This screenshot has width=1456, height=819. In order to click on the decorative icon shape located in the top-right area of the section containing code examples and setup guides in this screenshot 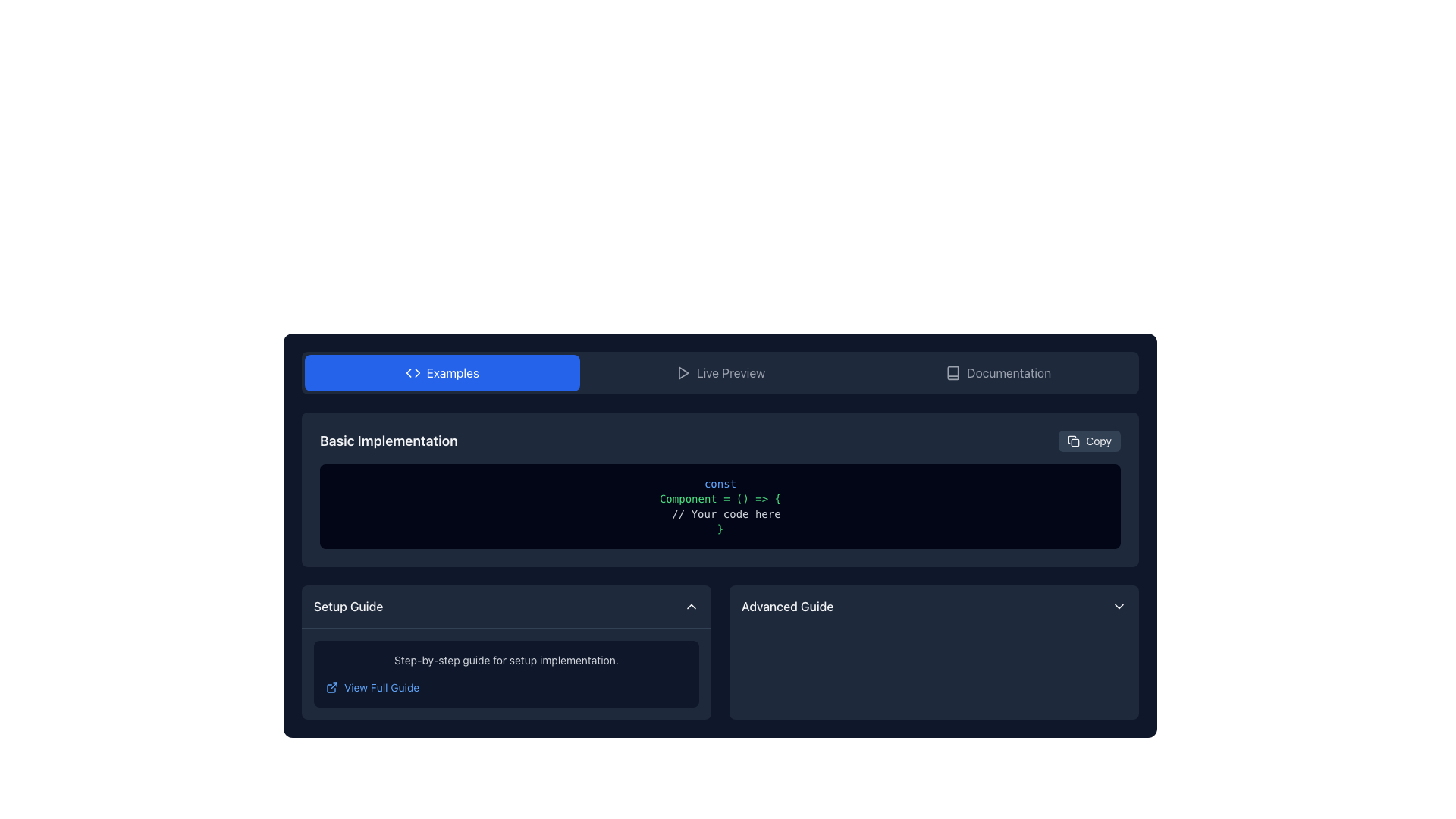, I will do `click(1075, 442)`.